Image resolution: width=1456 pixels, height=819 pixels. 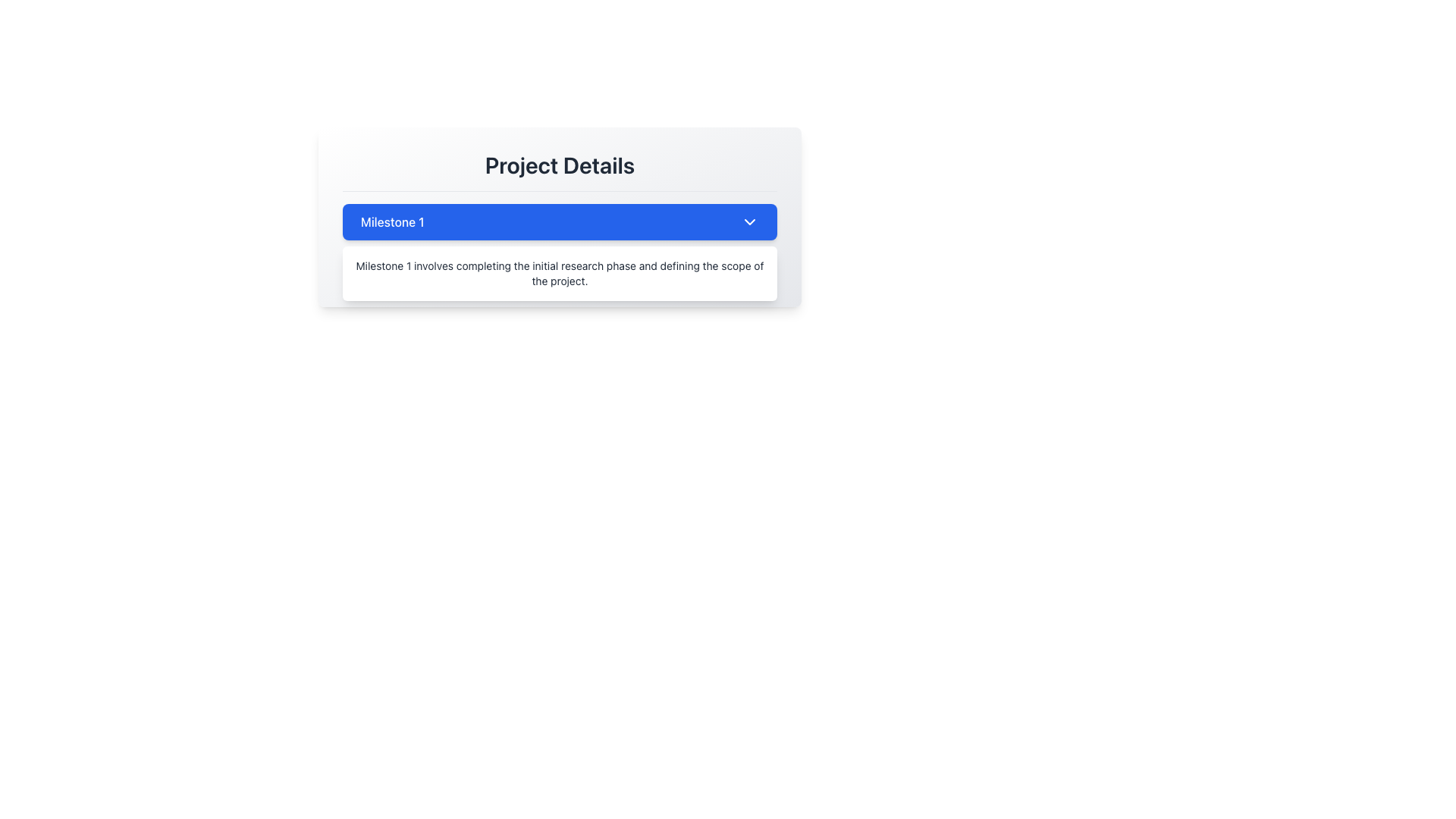 I want to click on the collapsible section header for 'Milestone 1', so click(x=559, y=237).